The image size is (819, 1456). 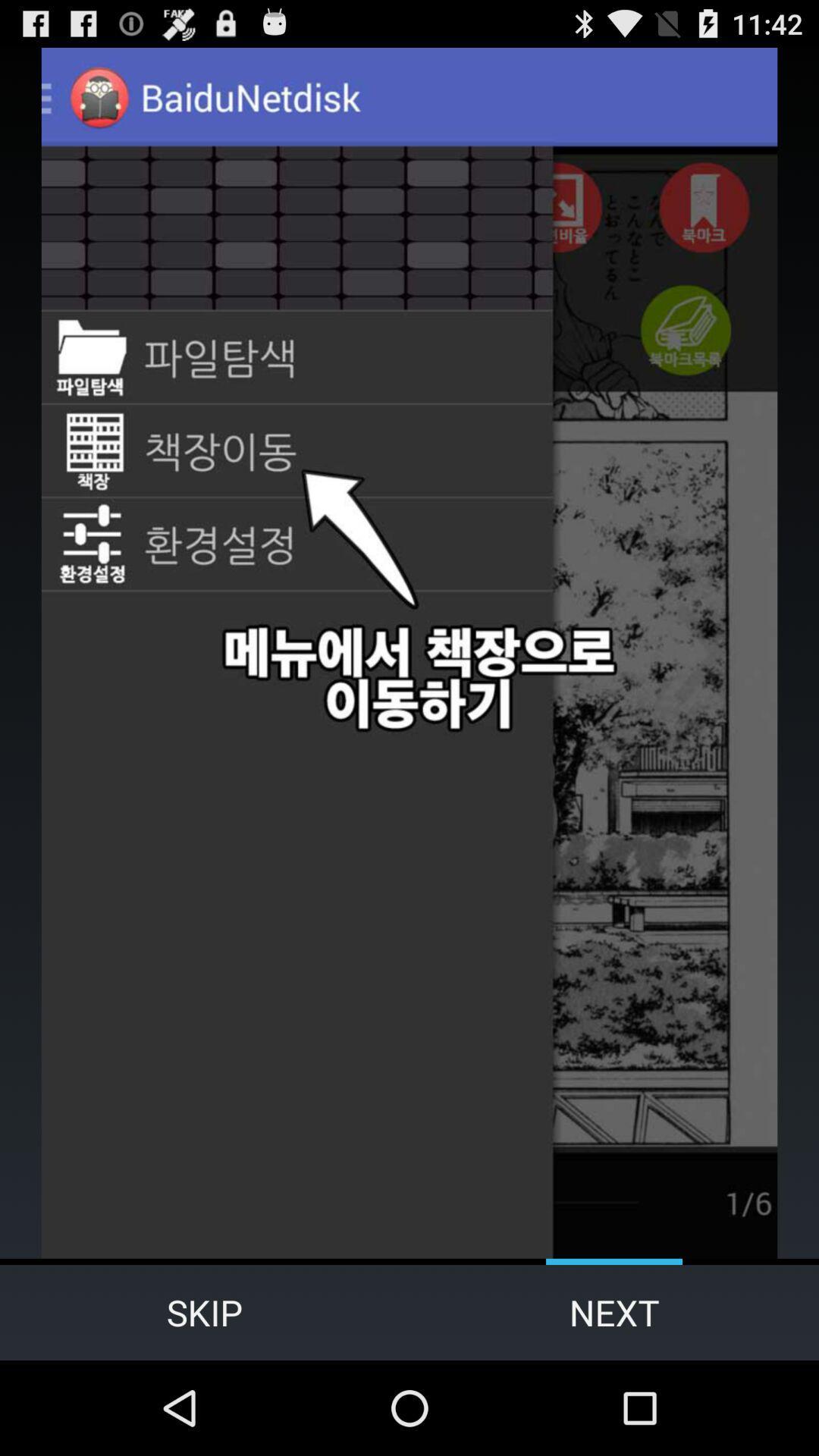 What do you see at coordinates (614, 1312) in the screenshot?
I see `the item at the bottom right corner` at bounding box center [614, 1312].